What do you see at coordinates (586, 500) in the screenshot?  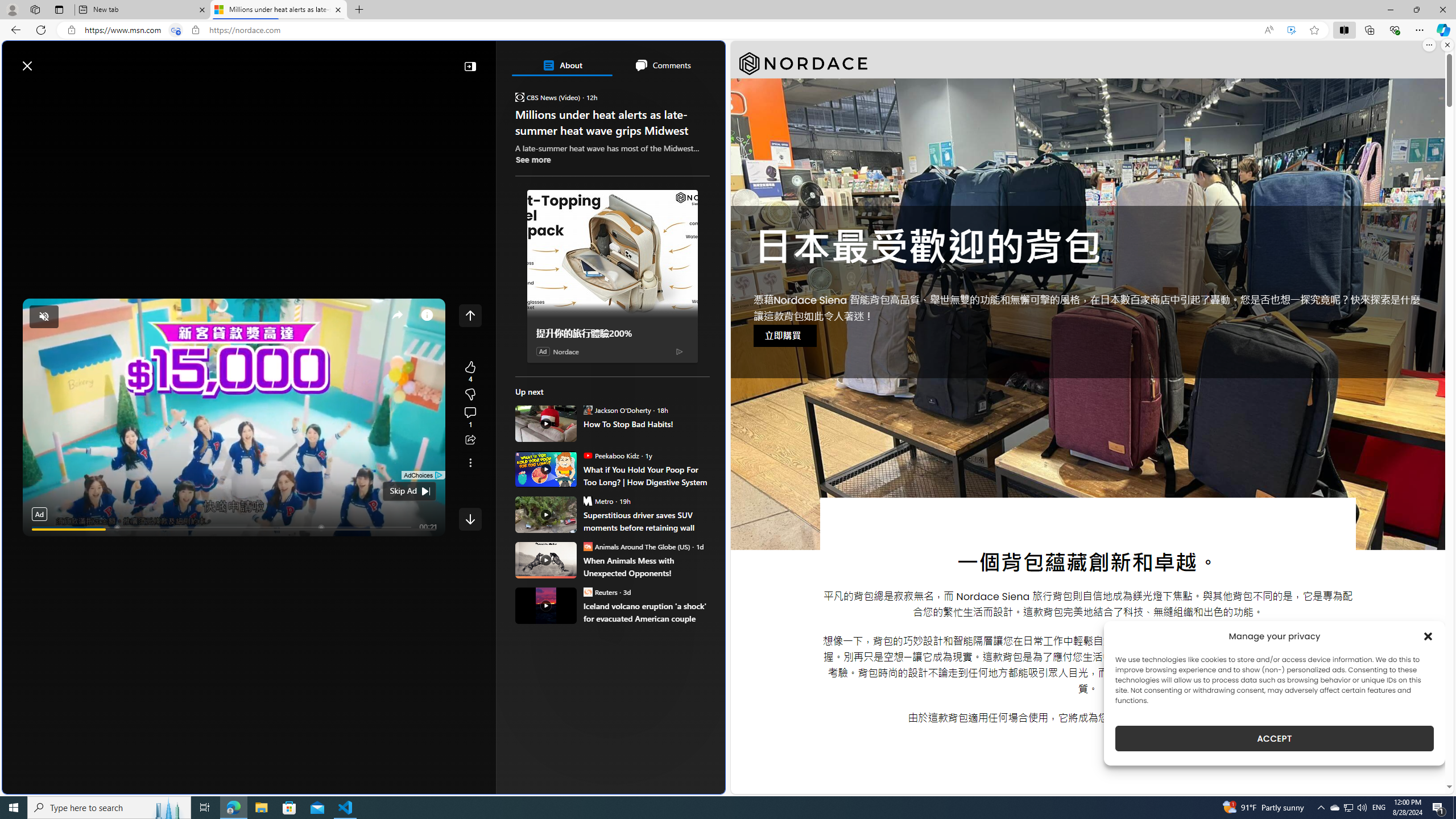 I see `'Metro'` at bounding box center [586, 500].